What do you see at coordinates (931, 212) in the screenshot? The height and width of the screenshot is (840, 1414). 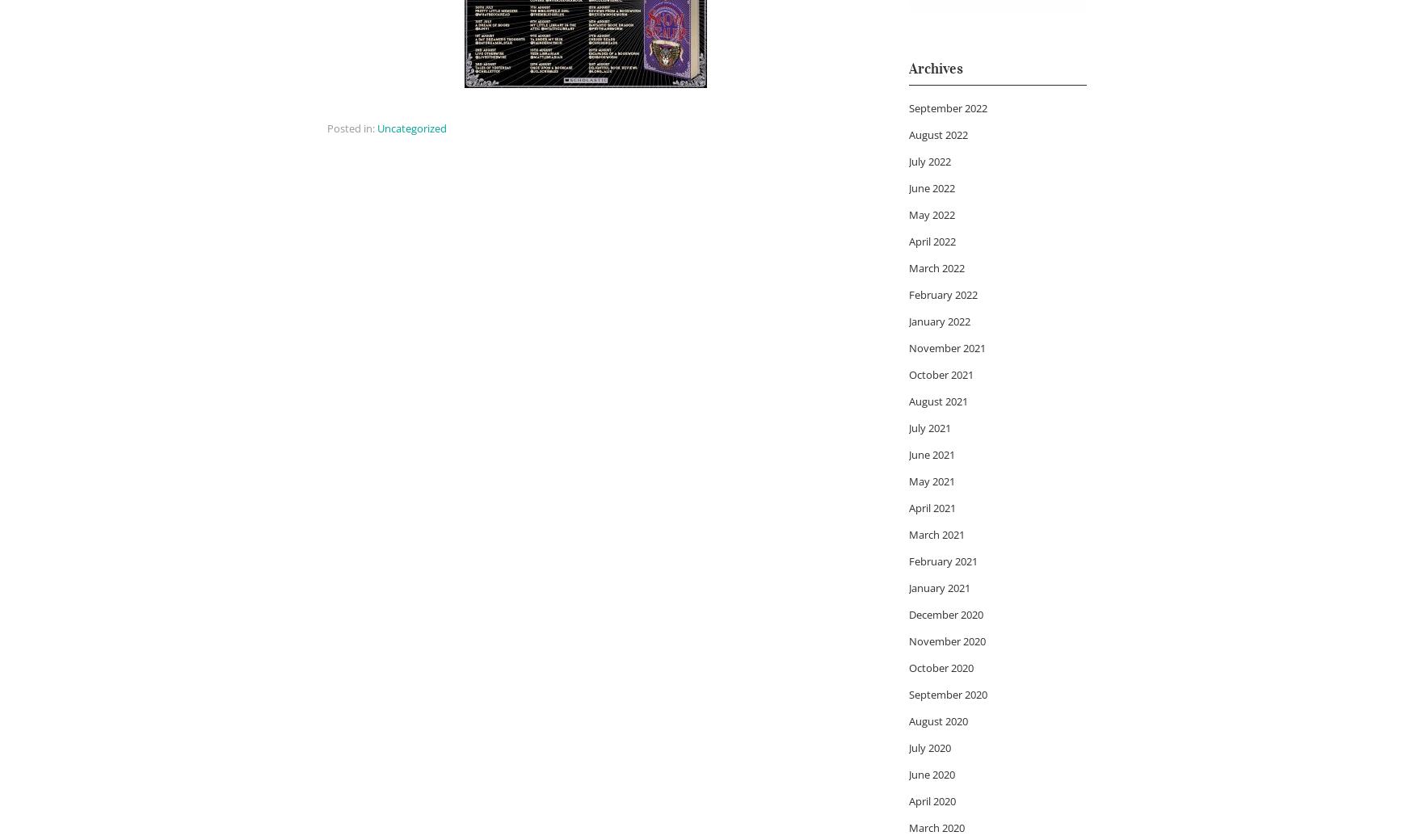 I see `'May 2022'` at bounding box center [931, 212].